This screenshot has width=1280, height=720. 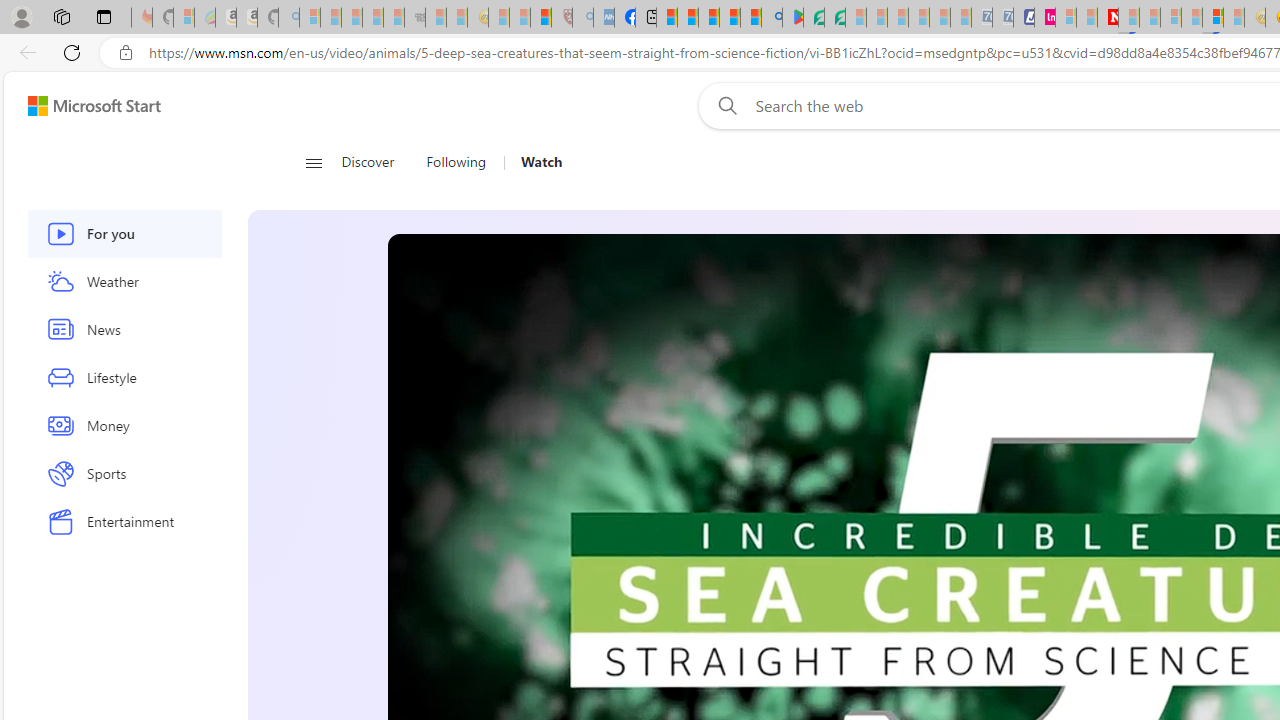 I want to click on 'google - Search', so click(x=770, y=17).